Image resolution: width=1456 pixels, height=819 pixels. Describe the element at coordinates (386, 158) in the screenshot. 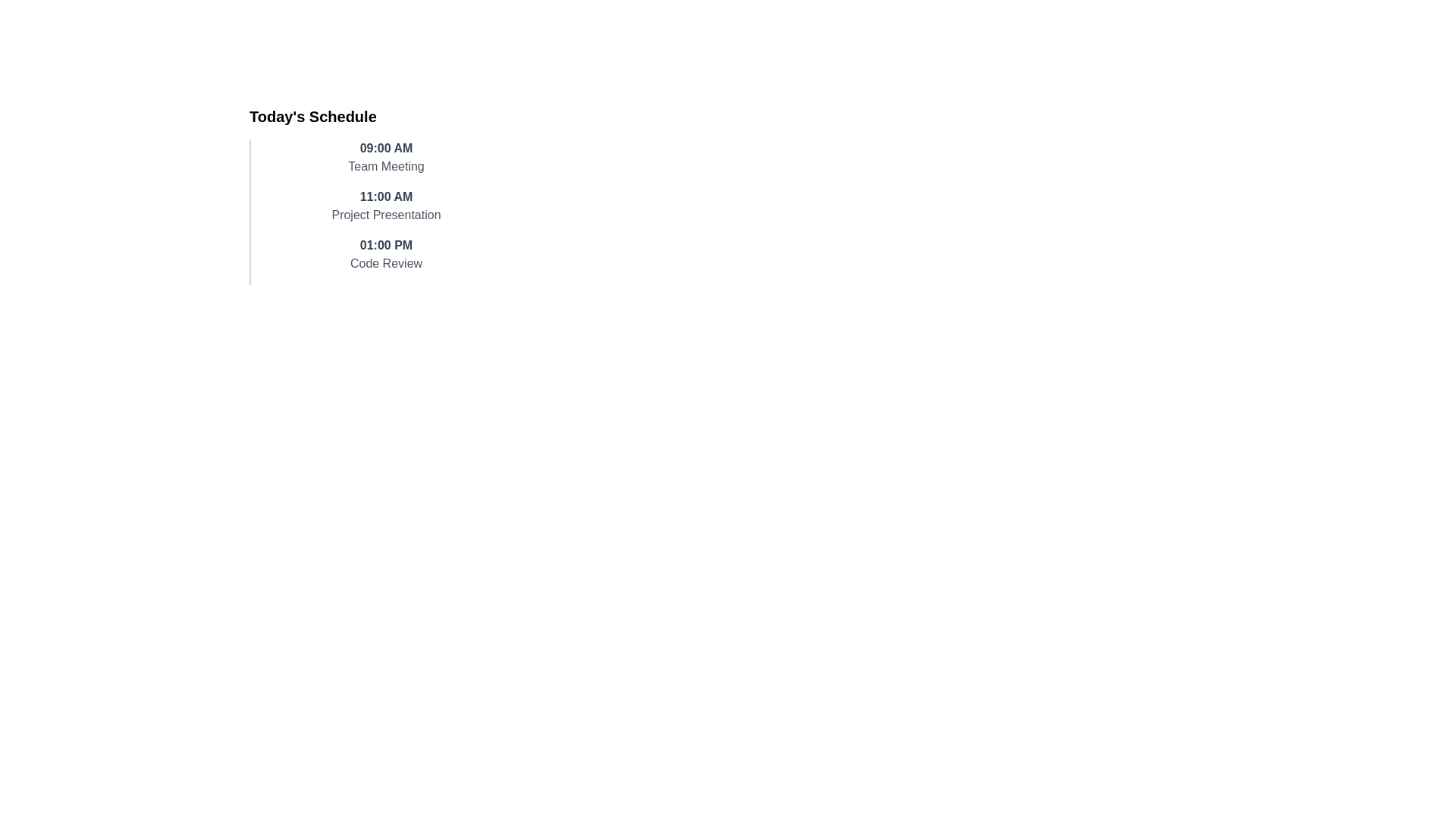

I see `the topmost Text block under 'Today's Schedule'` at that location.